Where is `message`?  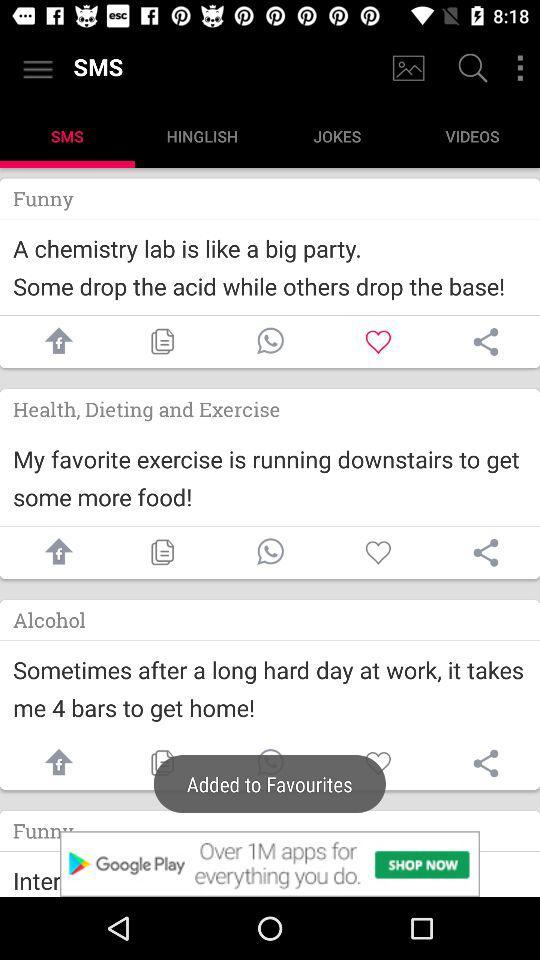 message is located at coordinates (270, 762).